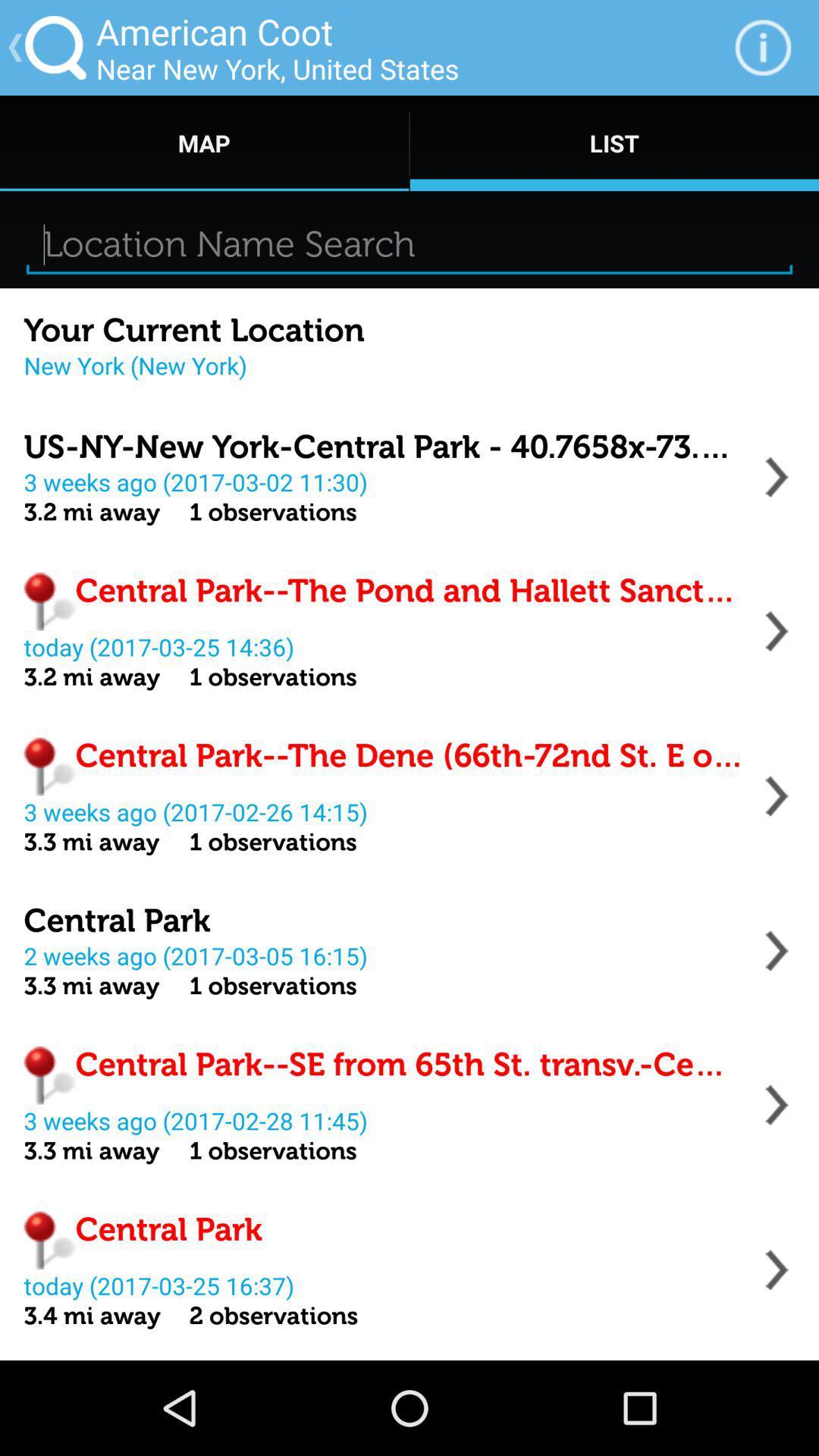 The width and height of the screenshot is (819, 1456). What do you see at coordinates (383, 446) in the screenshot?
I see `item below the new york new icon` at bounding box center [383, 446].